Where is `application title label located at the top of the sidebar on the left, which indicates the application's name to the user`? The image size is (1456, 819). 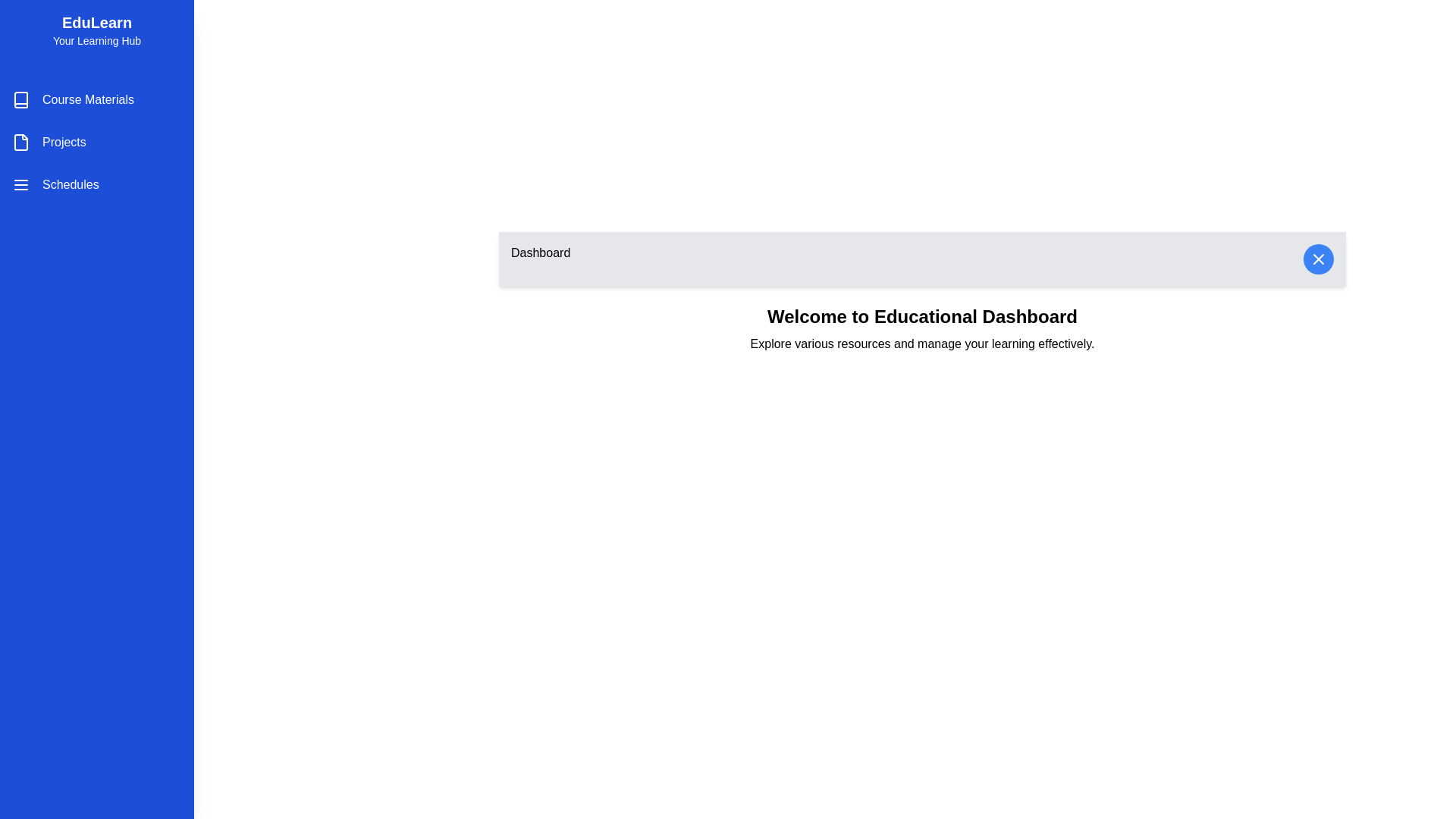 application title label located at the top of the sidebar on the left, which indicates the application's name to the user is located at coordinates (96, 23).